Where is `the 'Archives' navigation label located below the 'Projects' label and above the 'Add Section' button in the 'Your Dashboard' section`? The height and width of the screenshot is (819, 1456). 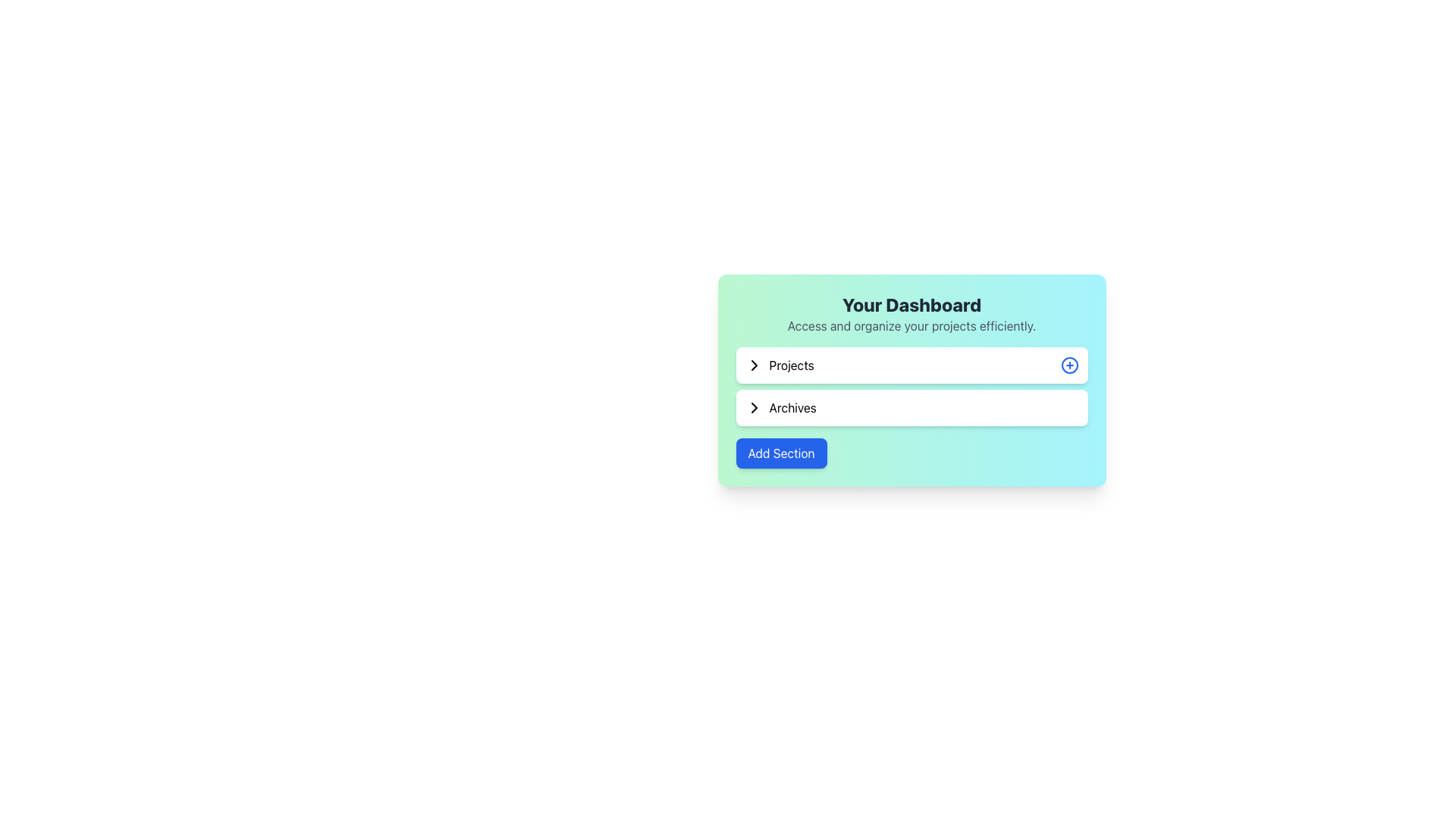
the 'Archives' navigation label located below the 'Projects' label and above the 'Add Section' button in the 'Your Dashboard' section is located at coordinates (780, 406).